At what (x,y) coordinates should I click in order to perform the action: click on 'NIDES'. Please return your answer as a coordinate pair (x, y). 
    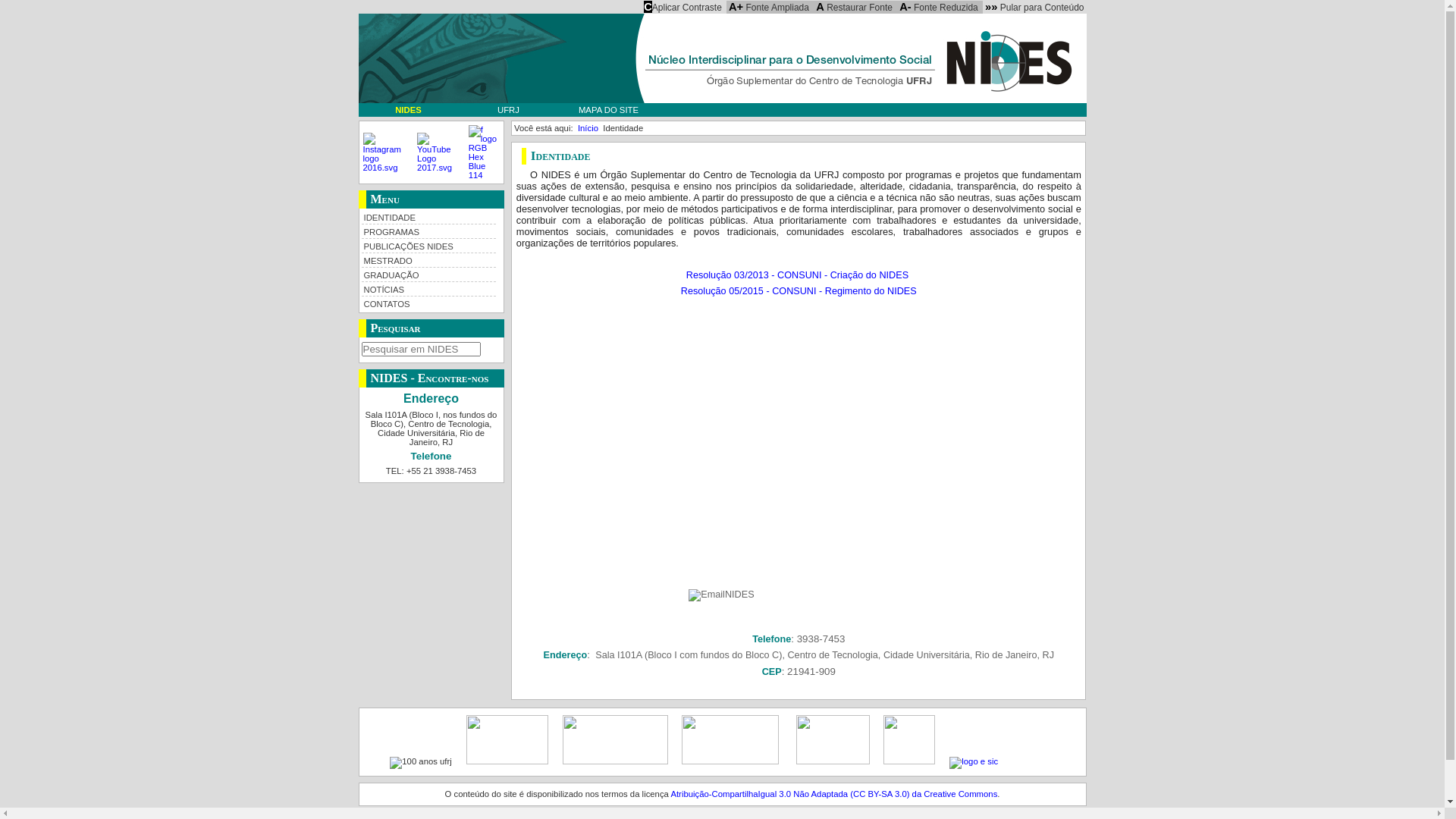
    Looking at the image, I should click on (356, 109).